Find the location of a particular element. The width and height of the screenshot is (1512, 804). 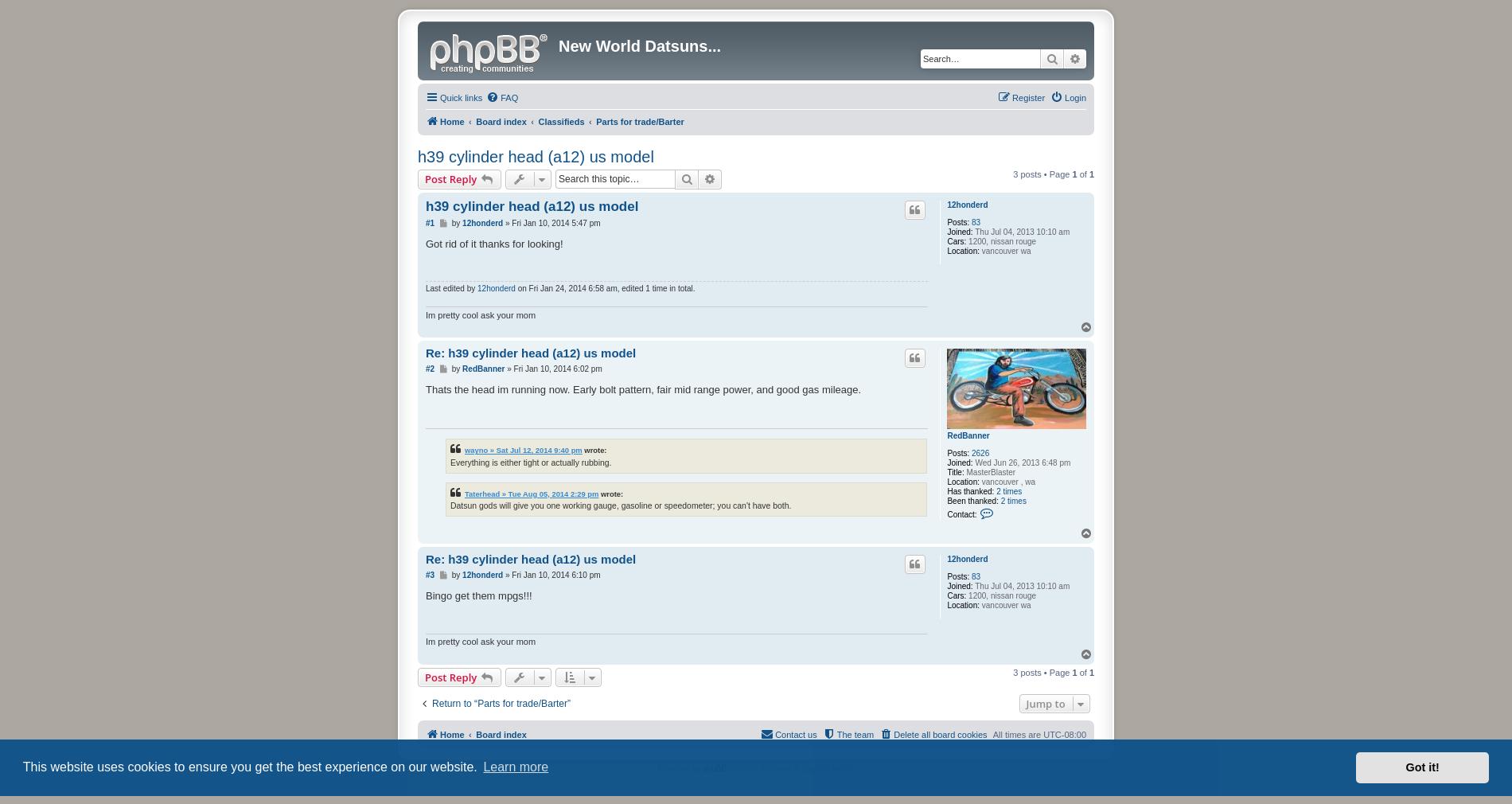

'New World Datsuns...' is located at coordinates (639, 45).